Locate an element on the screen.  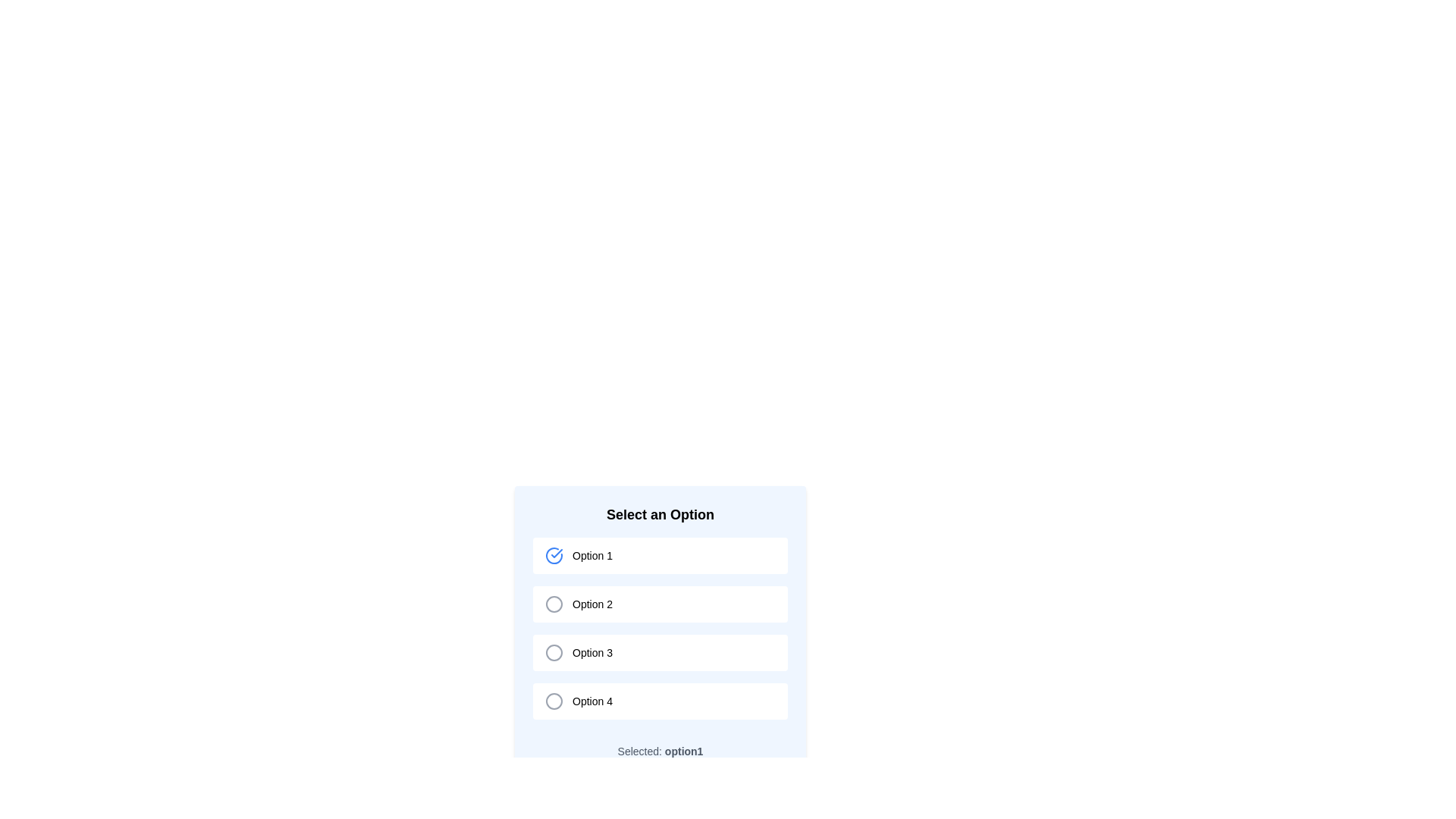
the circular UI component that is part of the 'Option 4' radio button, which has a gray outline and no background is located at coordinates (553, 701).